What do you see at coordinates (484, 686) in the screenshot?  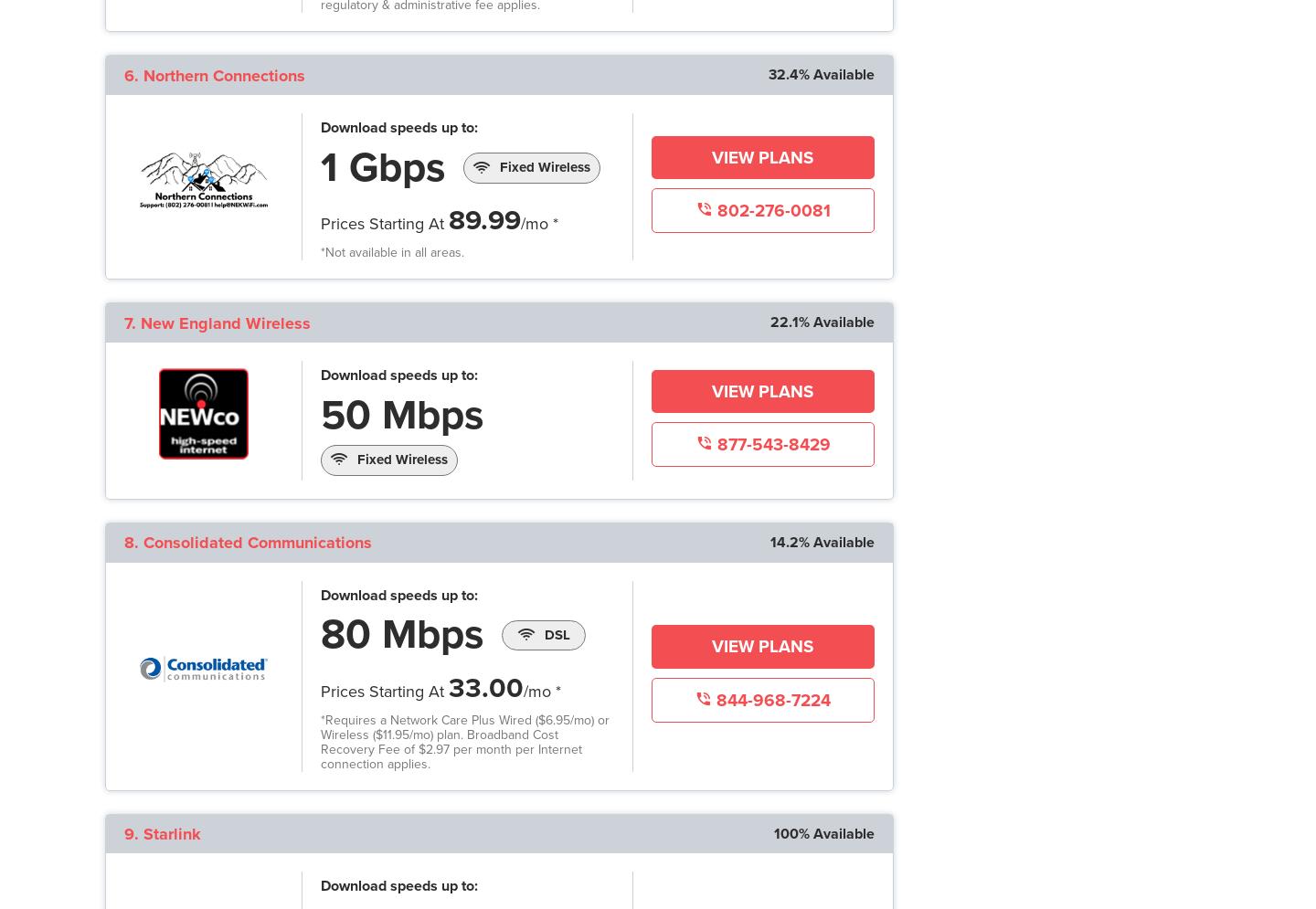 I see `'33.00'` at bounding box center [484, 686].